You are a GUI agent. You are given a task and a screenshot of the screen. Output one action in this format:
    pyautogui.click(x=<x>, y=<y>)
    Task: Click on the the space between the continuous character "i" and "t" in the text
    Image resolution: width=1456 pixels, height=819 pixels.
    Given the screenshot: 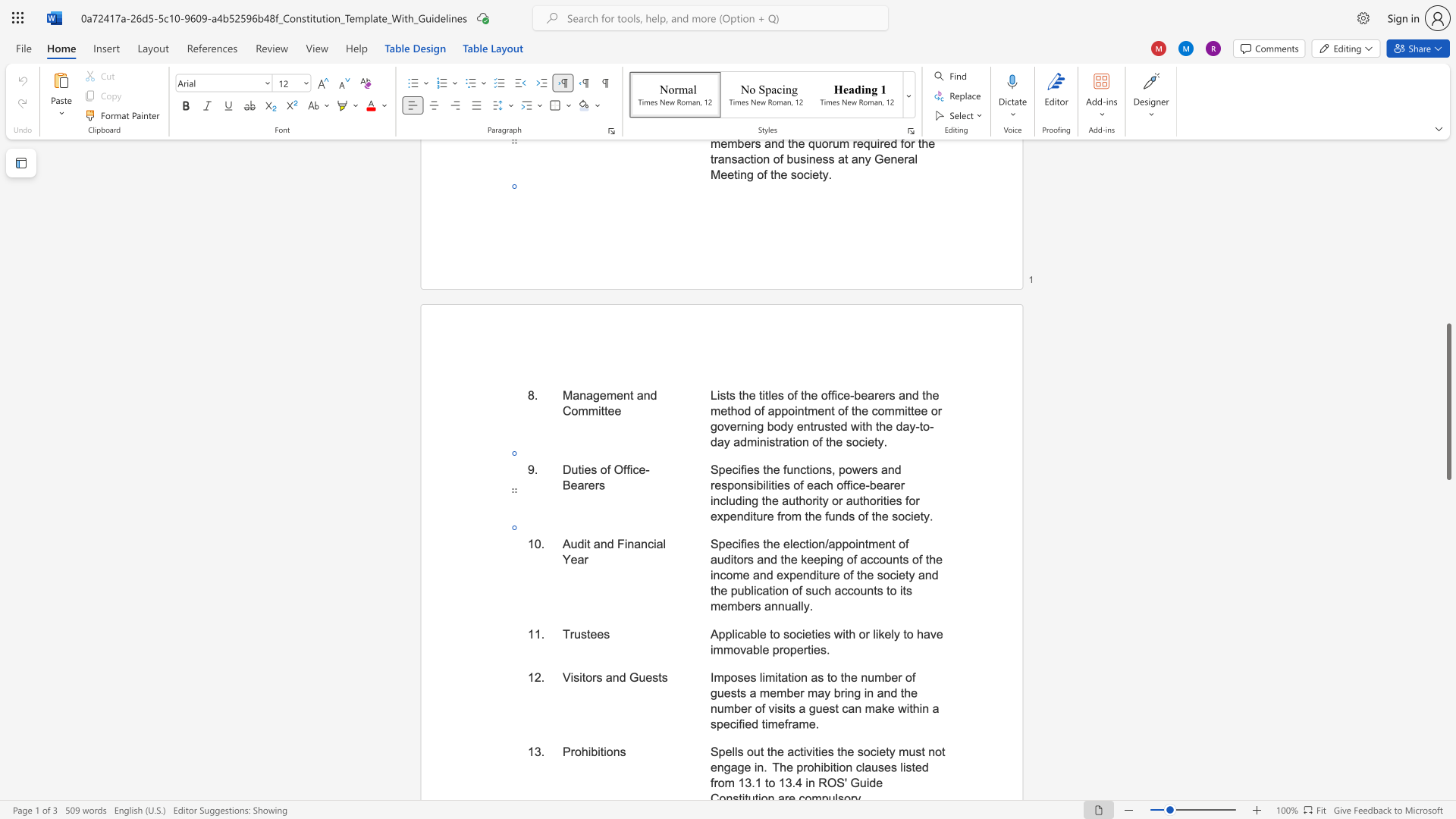 What is the action you would take?
    pyautogui.click(x=600, y=752)
    